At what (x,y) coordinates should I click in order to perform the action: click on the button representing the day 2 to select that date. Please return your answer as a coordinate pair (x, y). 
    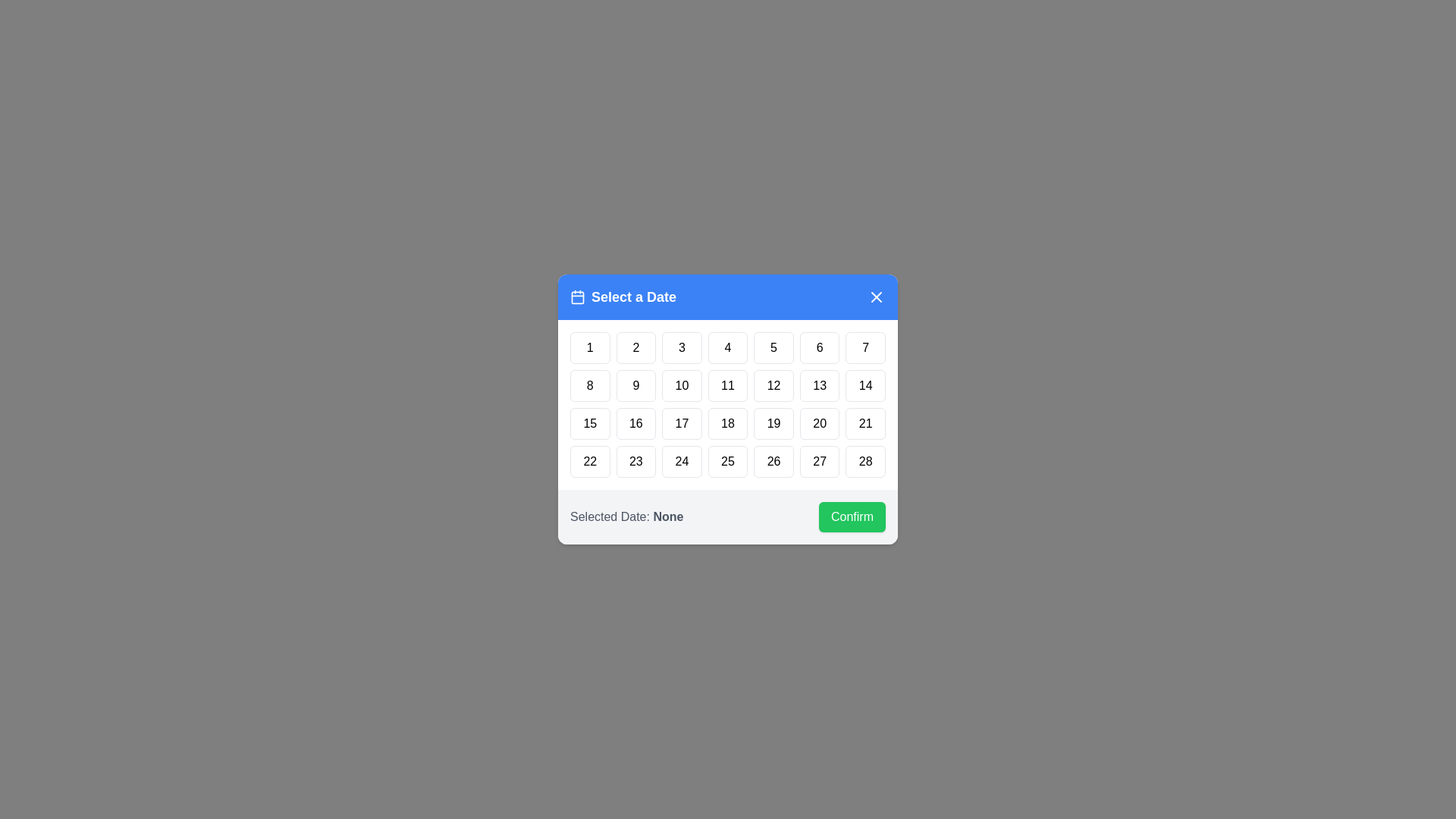
    Looking at the image, I should click on (636, 348).